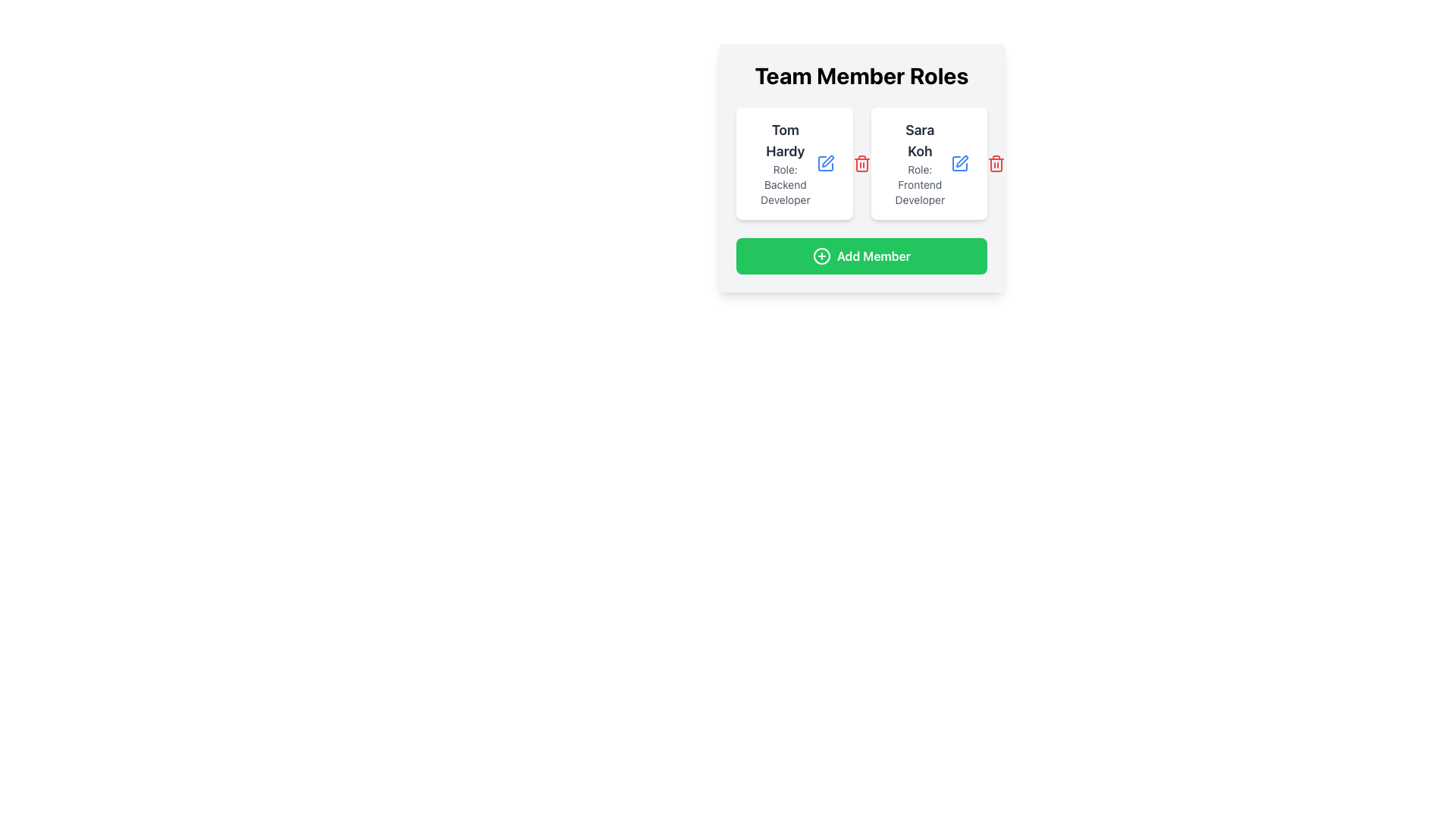  I want to click on the 'Add Member' button, which is a horizontally rectangular button with a green background, rounded borders, and a white icon of a circle with a plus symbol on the left side, so click(861, 256).